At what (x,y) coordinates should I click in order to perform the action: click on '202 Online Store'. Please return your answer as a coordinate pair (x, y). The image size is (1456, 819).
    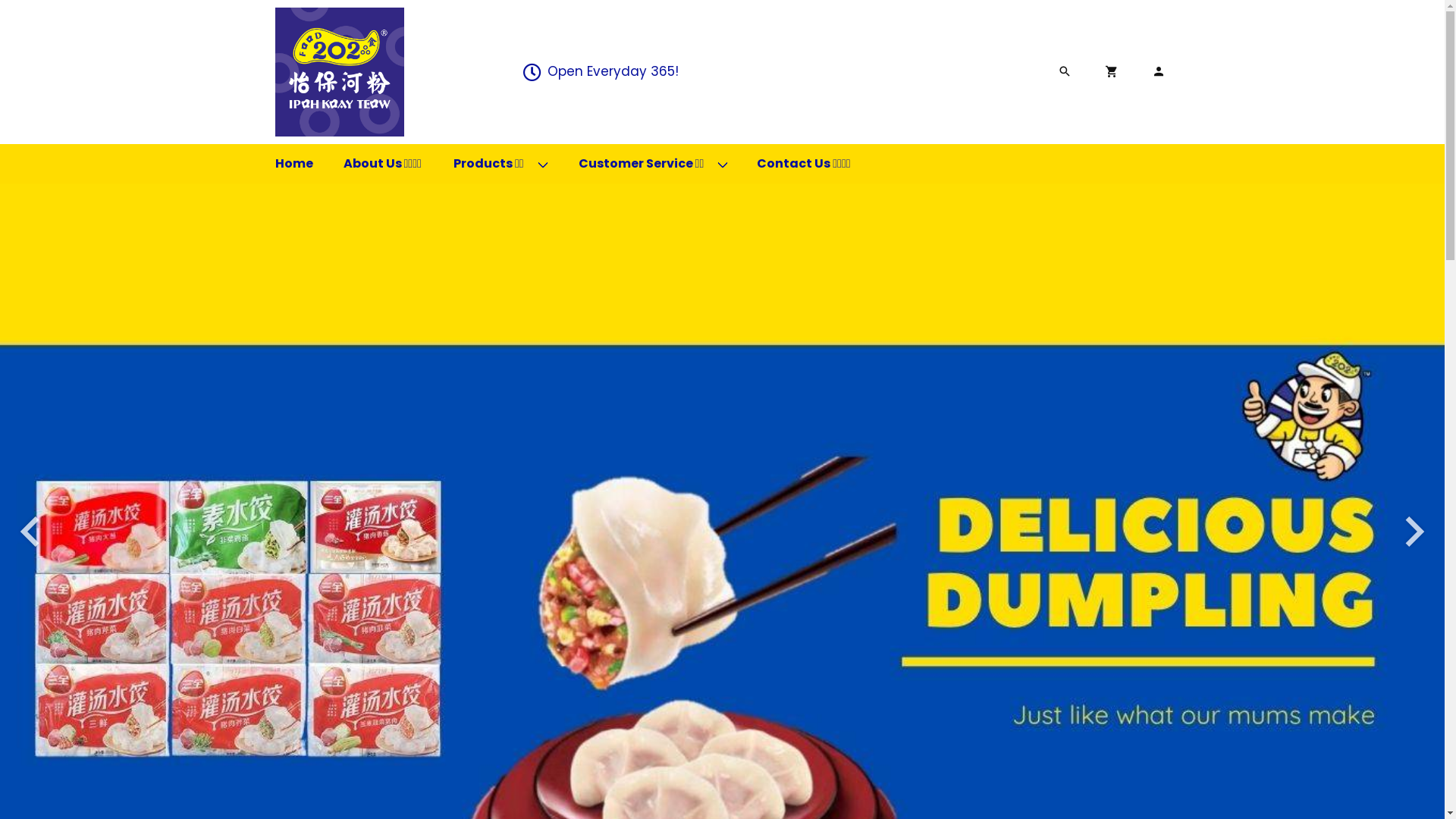
    Looking at the image, I should click on (337, 72).